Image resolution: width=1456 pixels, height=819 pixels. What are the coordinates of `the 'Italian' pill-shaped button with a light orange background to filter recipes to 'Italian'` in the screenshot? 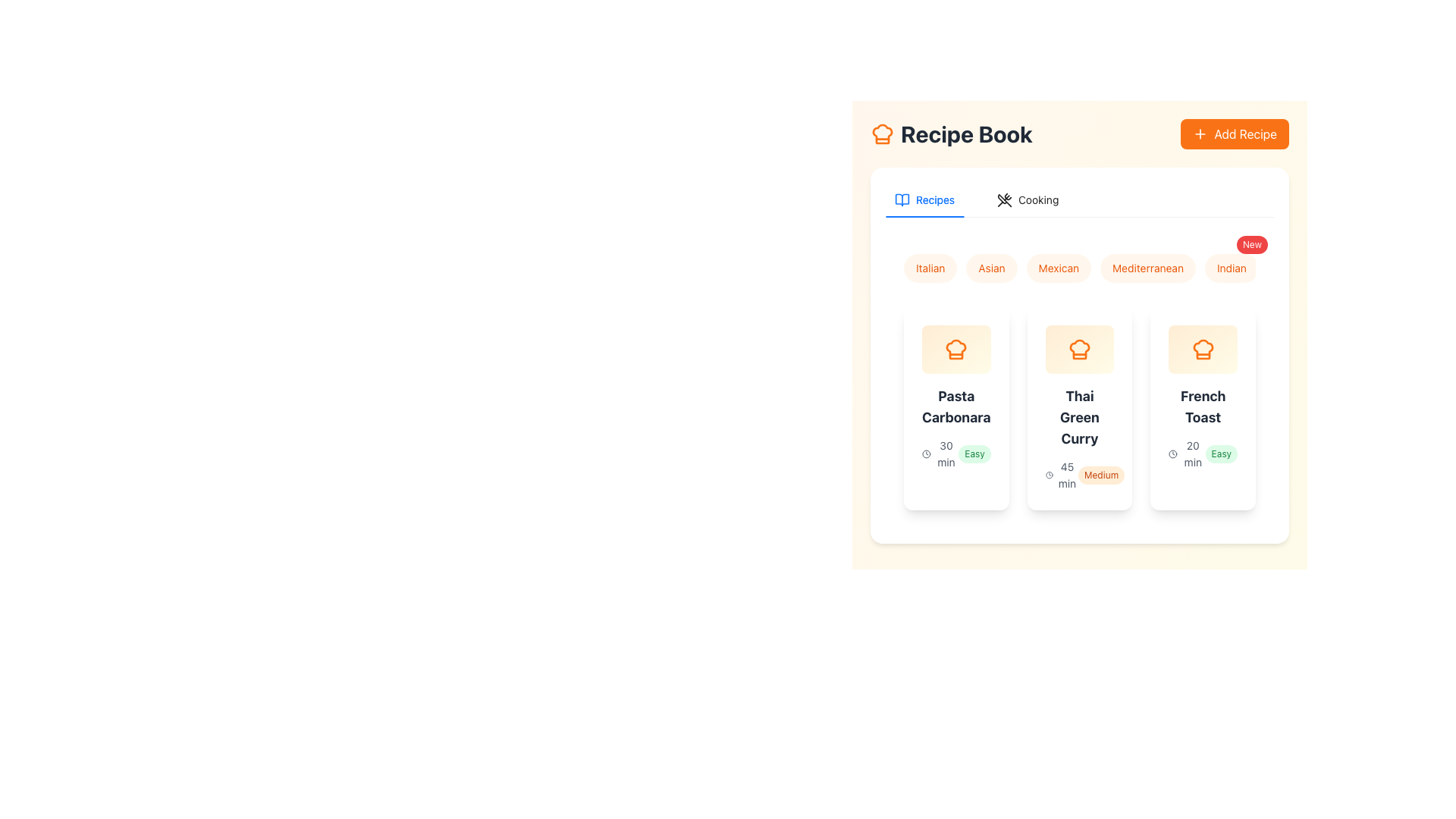 It's located at (930, 268).